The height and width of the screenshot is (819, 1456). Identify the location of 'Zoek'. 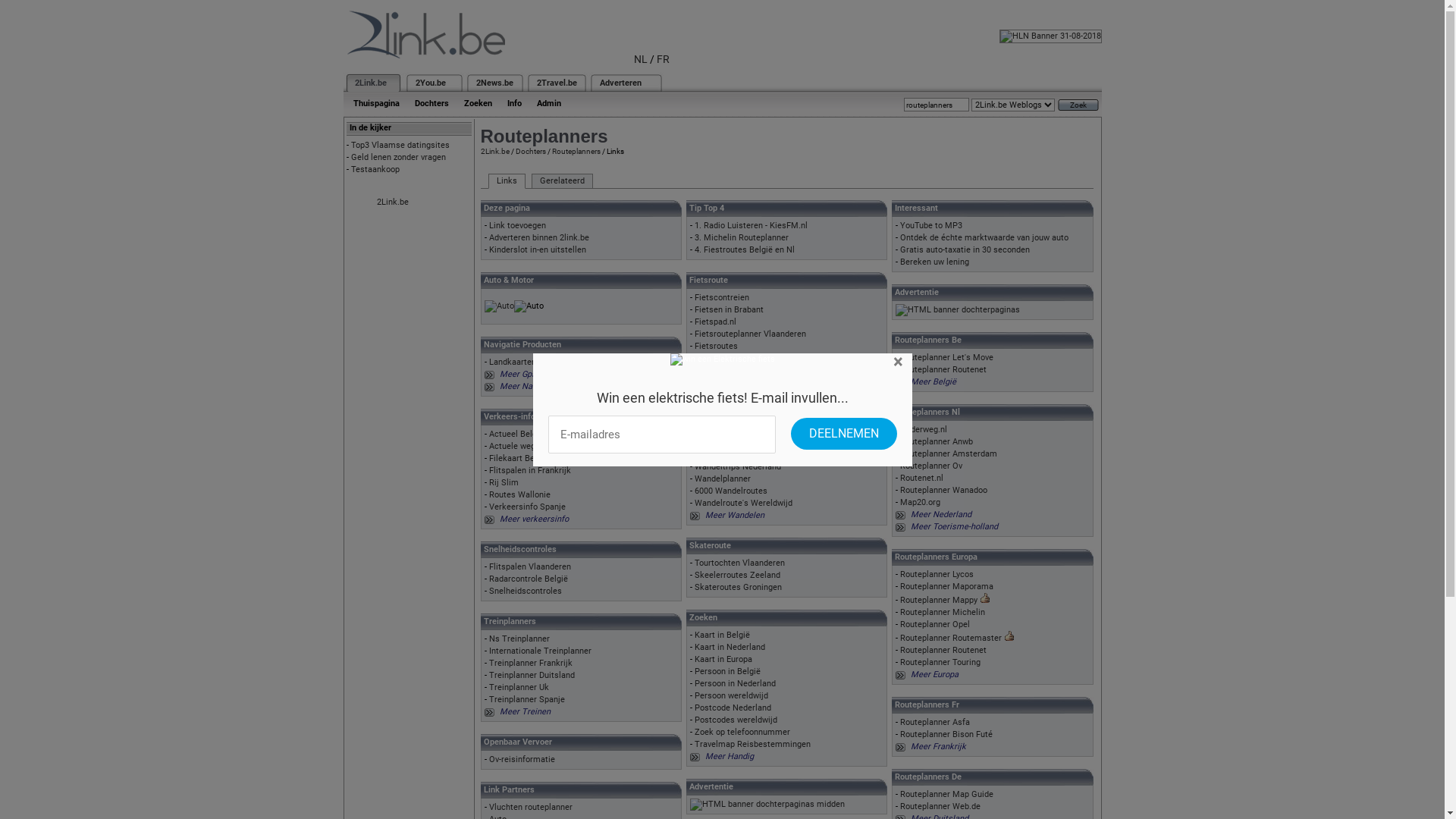
(1076, 103).